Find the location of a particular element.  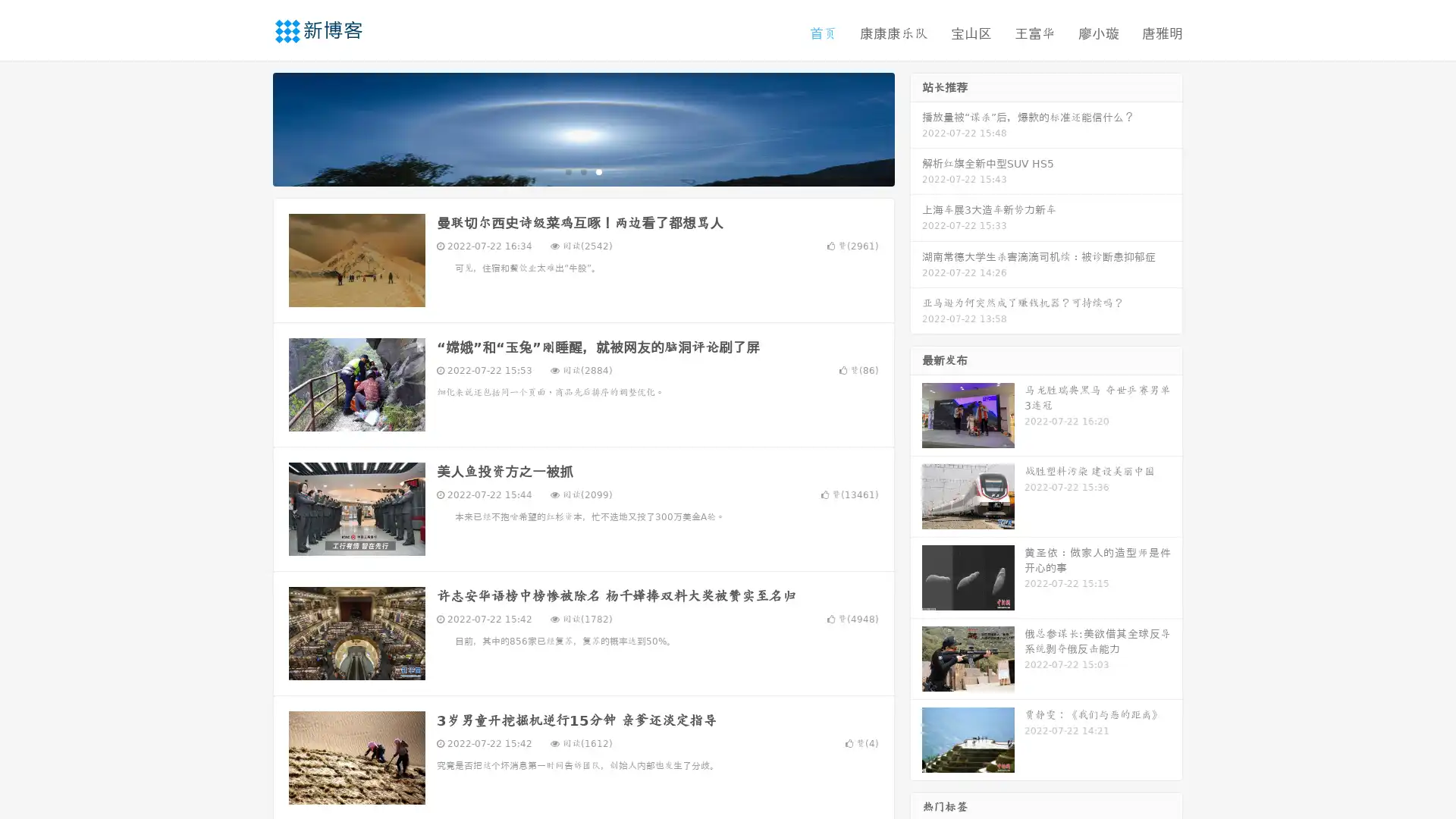

Previous slide is located at coordinates (250, 127).